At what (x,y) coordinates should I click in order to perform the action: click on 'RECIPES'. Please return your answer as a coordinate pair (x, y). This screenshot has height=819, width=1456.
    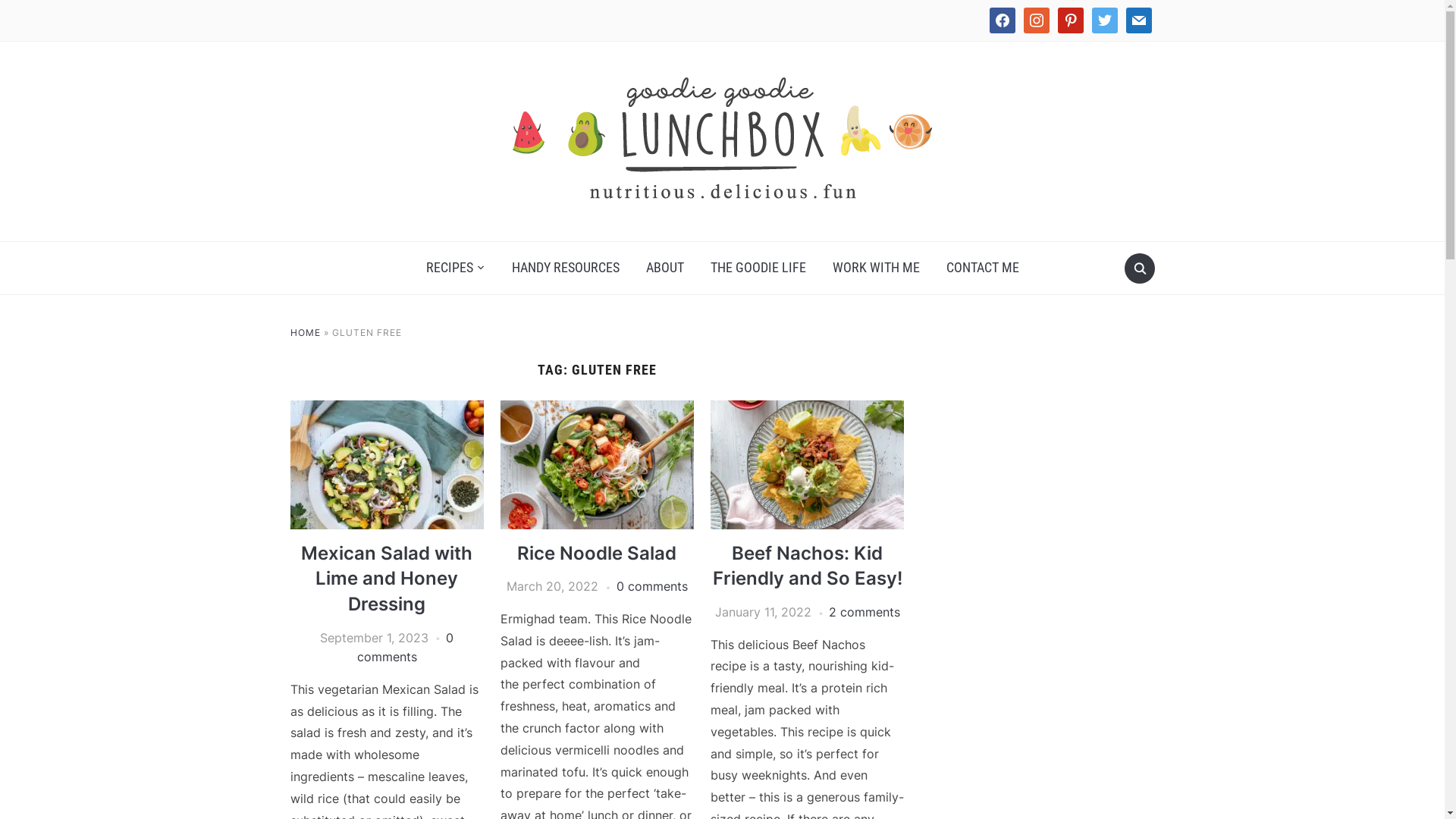
    Looking at the image, I should click on (454, 267).